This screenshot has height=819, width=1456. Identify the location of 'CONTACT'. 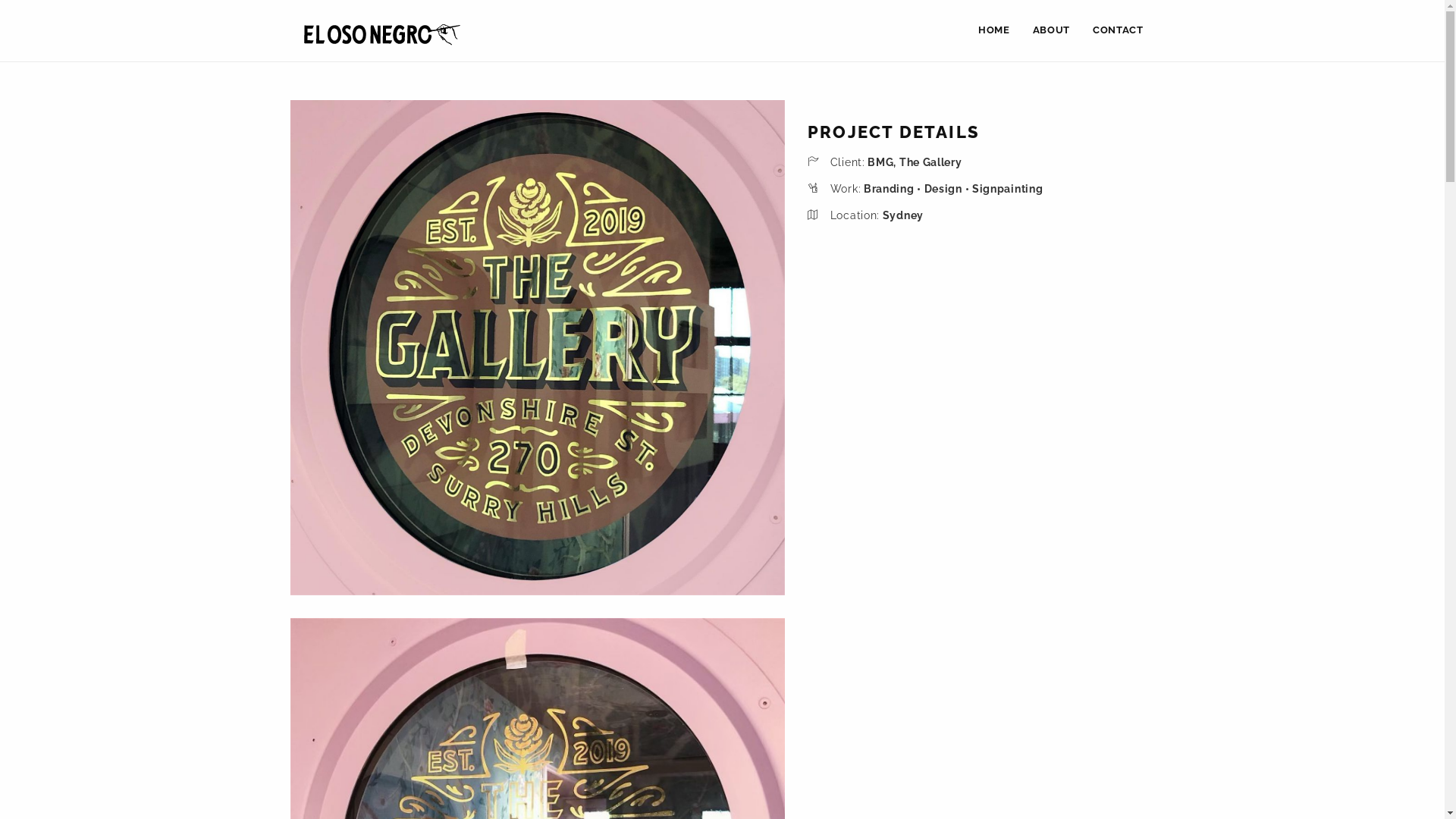
(1118, 30).